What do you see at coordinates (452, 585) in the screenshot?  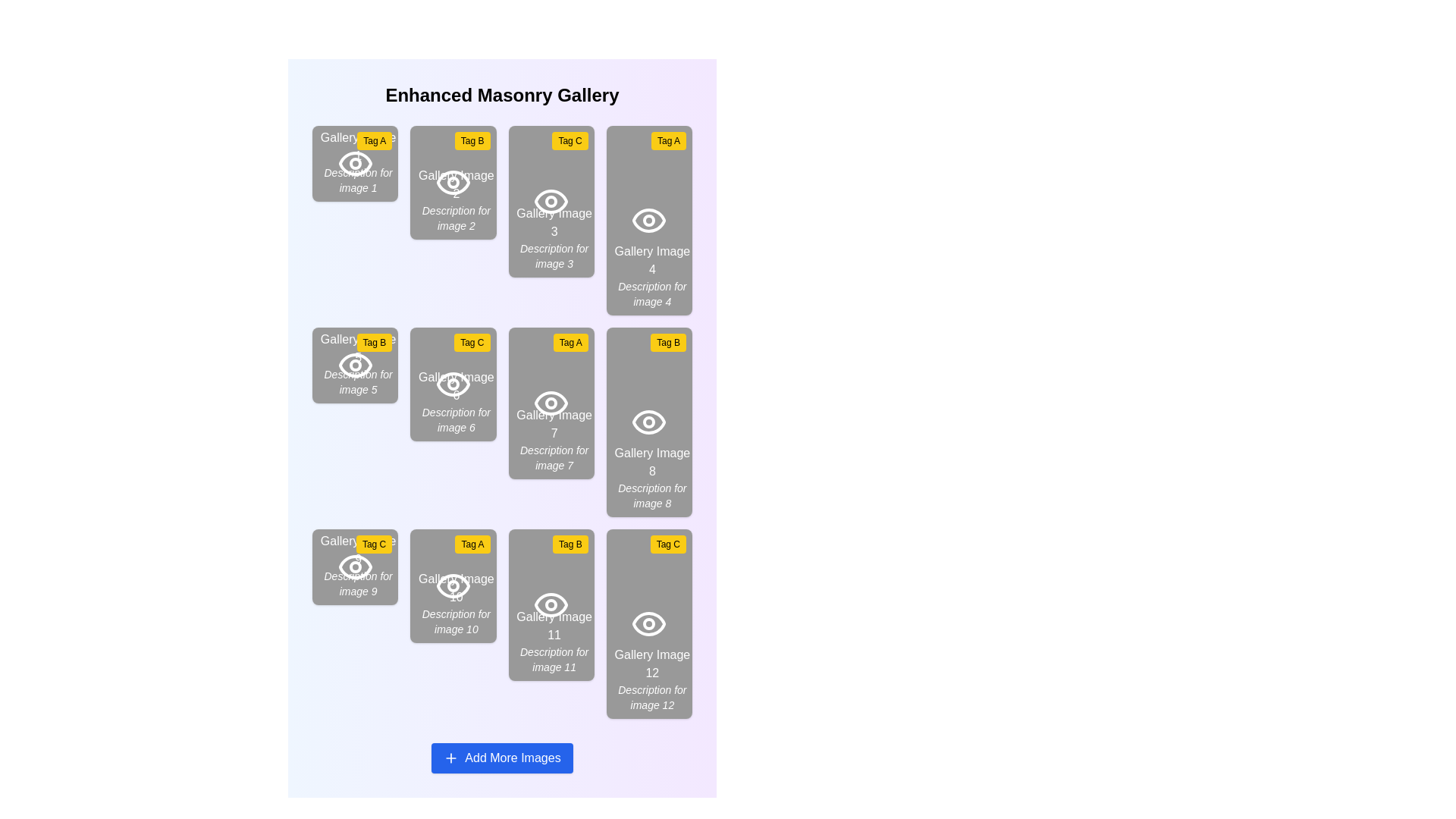 I see `the icon located in the center of the 'Gallery Image 10' card` at bounding box center [452, 585].